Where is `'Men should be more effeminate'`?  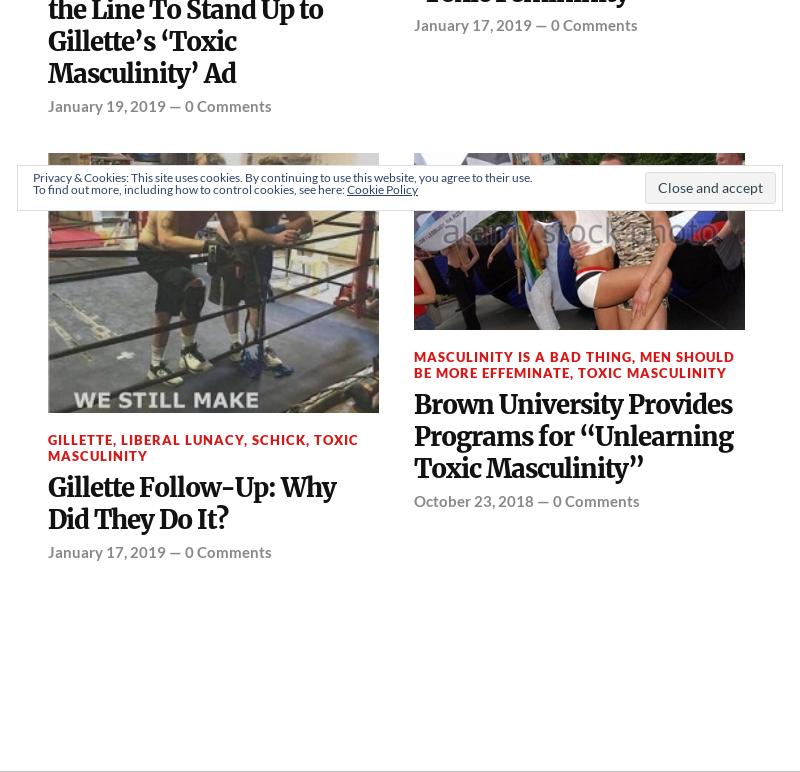 'Men should be more effeminate' is located at coordinates (573, 363).